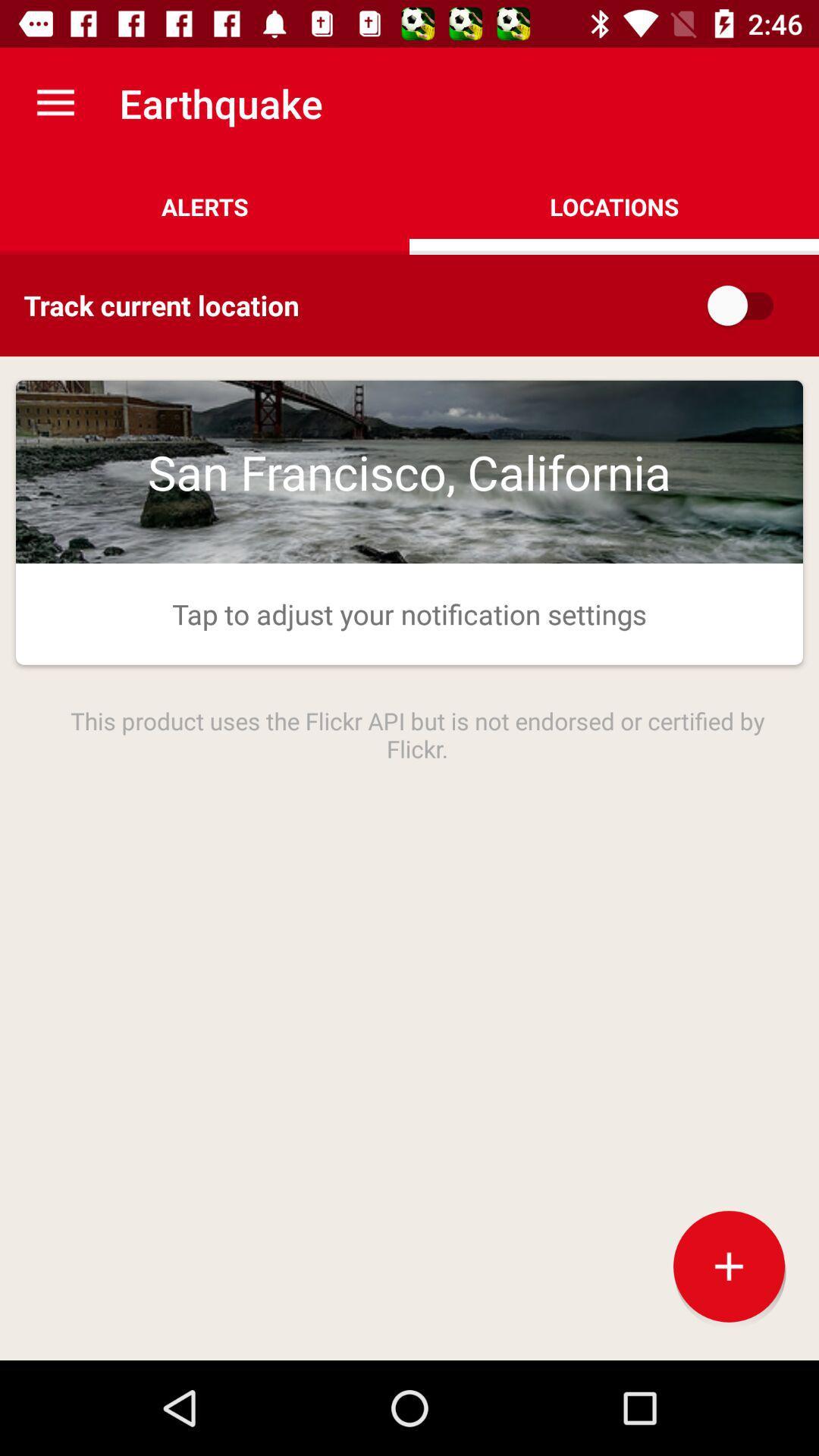 The image size is (819, 1456). I want to click on the item above alerts app, so click(55, 102).